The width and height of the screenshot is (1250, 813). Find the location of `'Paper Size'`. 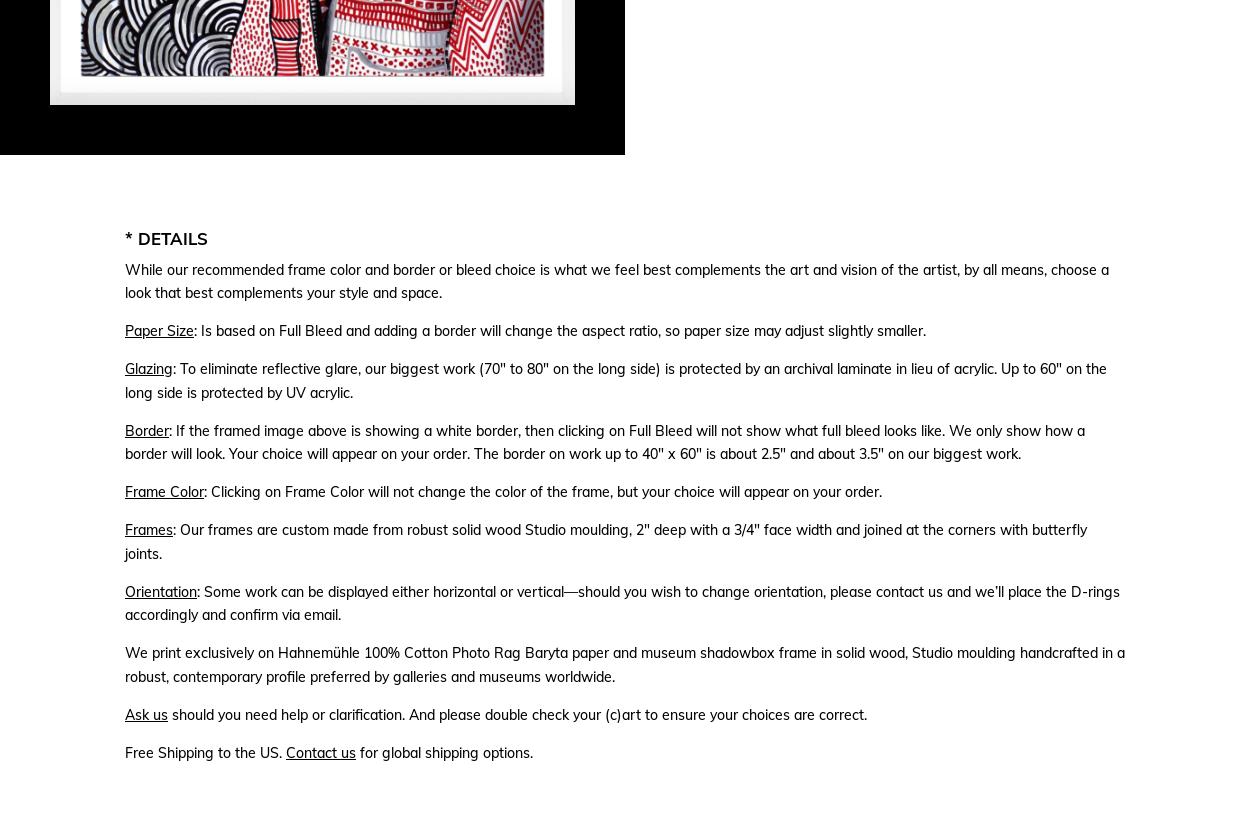

'Paper Size' is located at coordinates (159, 329).